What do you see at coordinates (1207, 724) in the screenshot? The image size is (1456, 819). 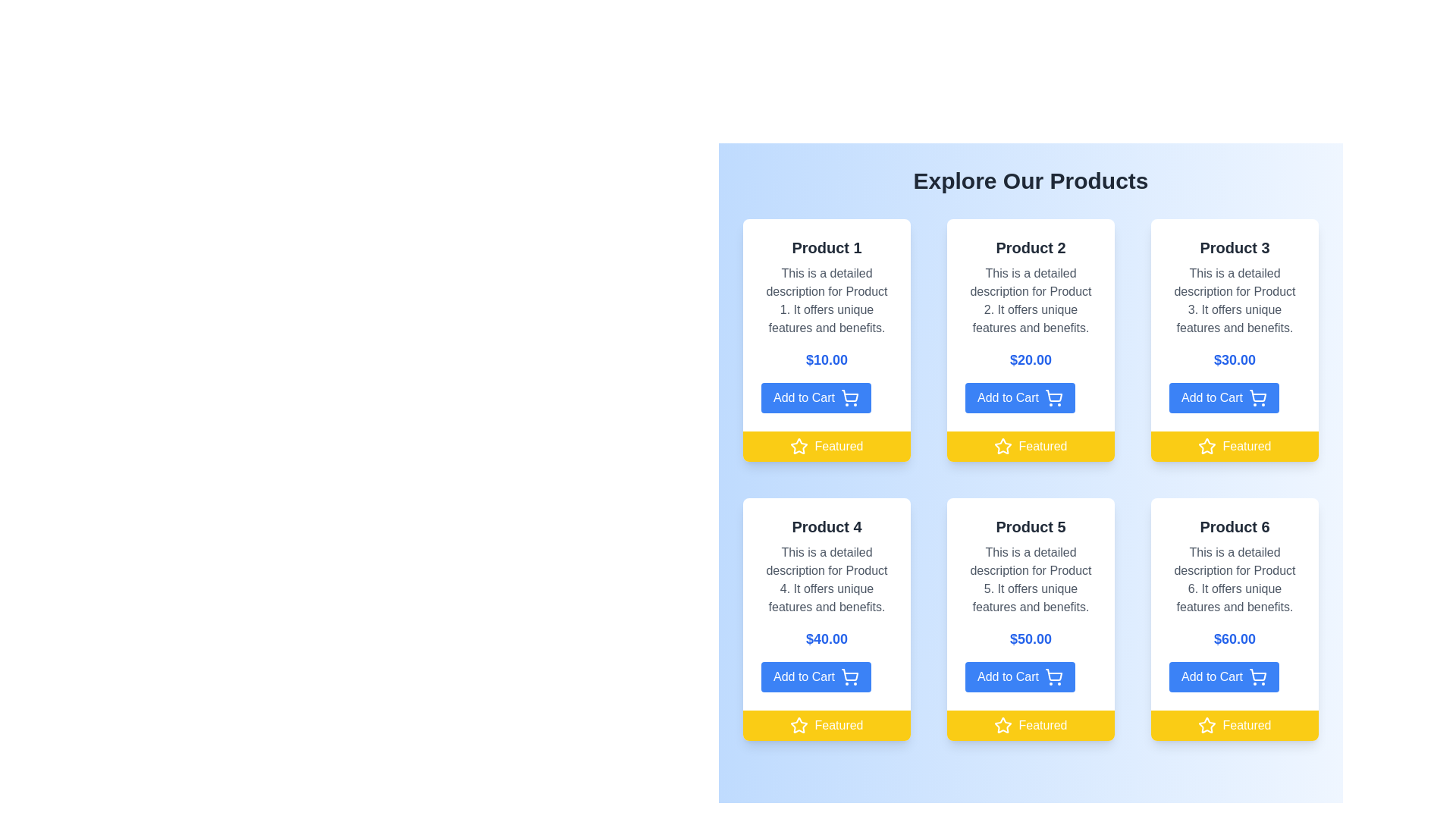 I see `the star icon with a black border and rounded edges, located on a yellow rectangular background, in the bottom right corner of the 'Product 6' card, which is part of the 'Featured' label` at bounding box center [1207, 724].